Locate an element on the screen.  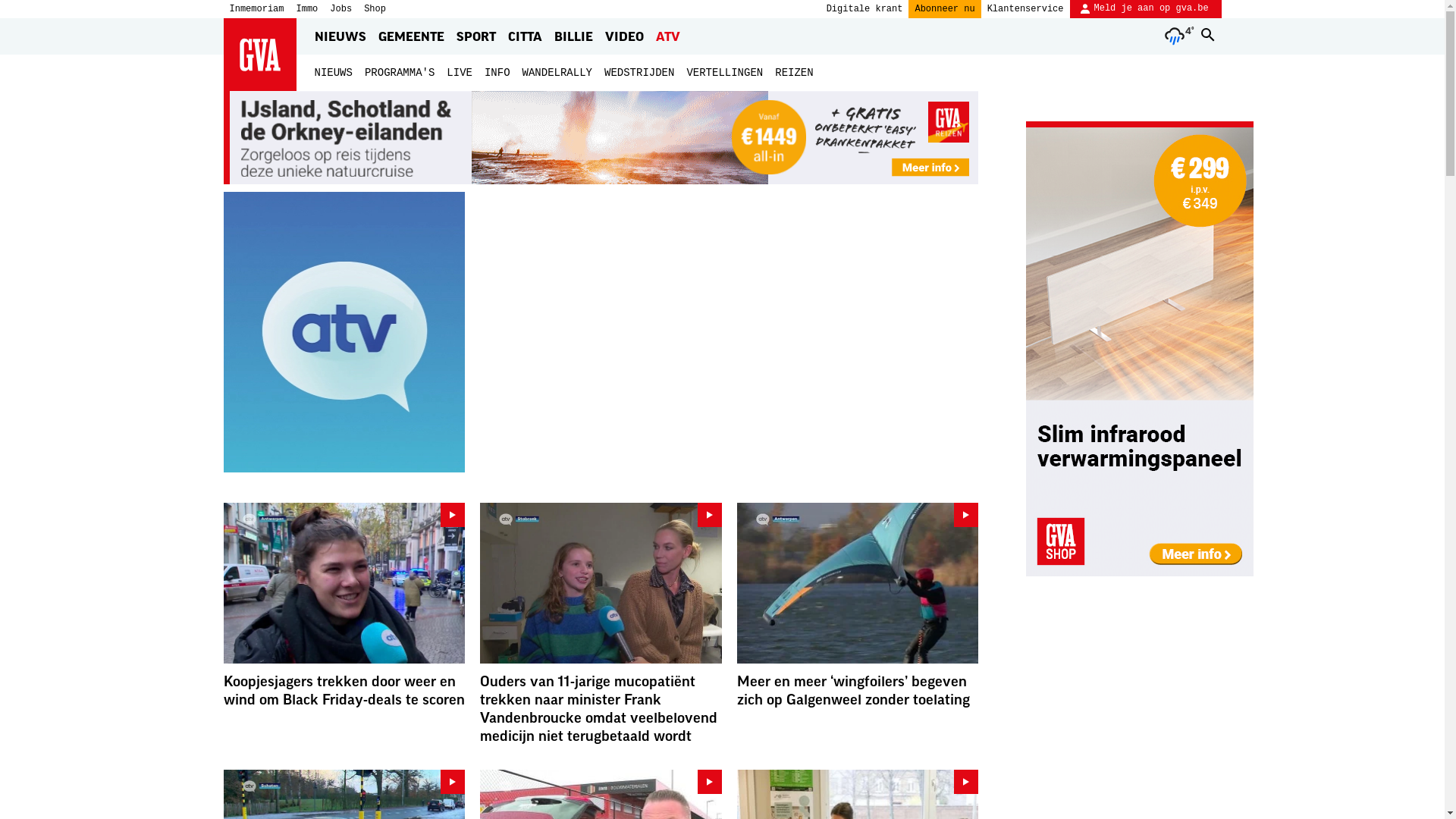
'LIVE' is located at coordinates (458, 73).